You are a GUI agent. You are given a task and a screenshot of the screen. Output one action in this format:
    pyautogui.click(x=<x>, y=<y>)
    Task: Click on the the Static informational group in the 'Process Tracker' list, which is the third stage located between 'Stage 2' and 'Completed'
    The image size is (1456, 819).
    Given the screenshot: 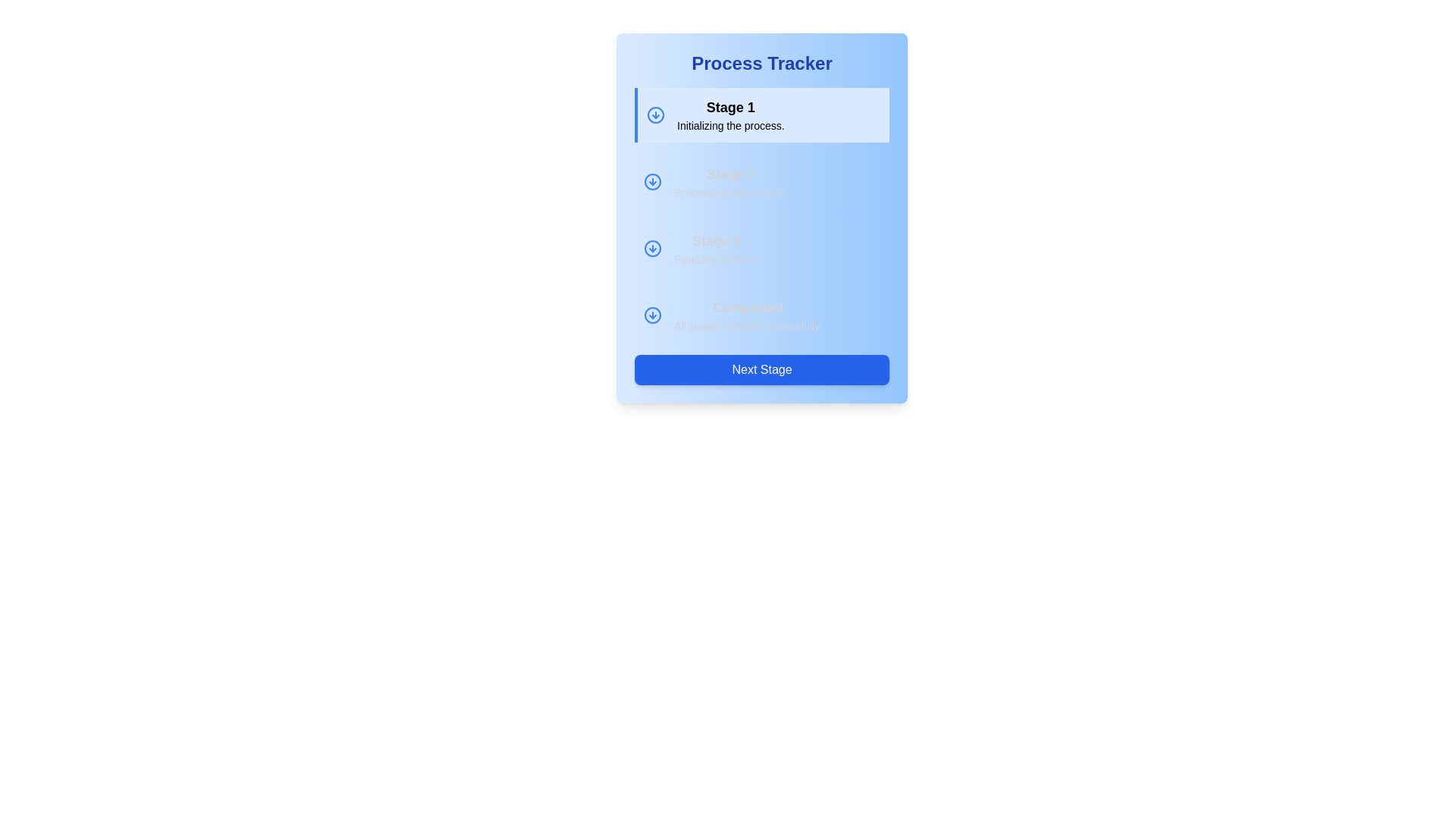 What is the action you would take?
    pyautogui.click(x=761, y=247)
    